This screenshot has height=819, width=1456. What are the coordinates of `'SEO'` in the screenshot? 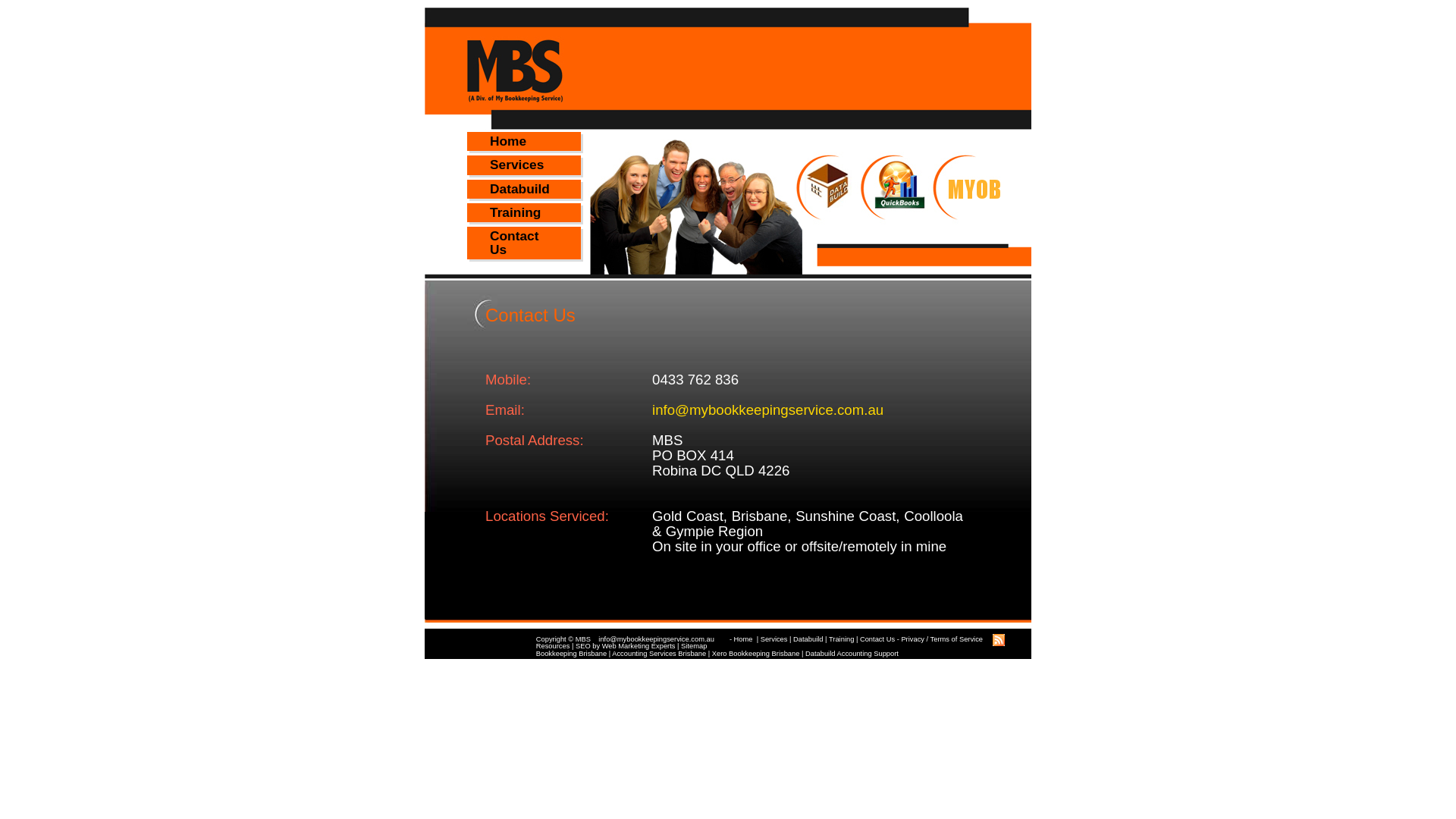 It's located at (582, 646).